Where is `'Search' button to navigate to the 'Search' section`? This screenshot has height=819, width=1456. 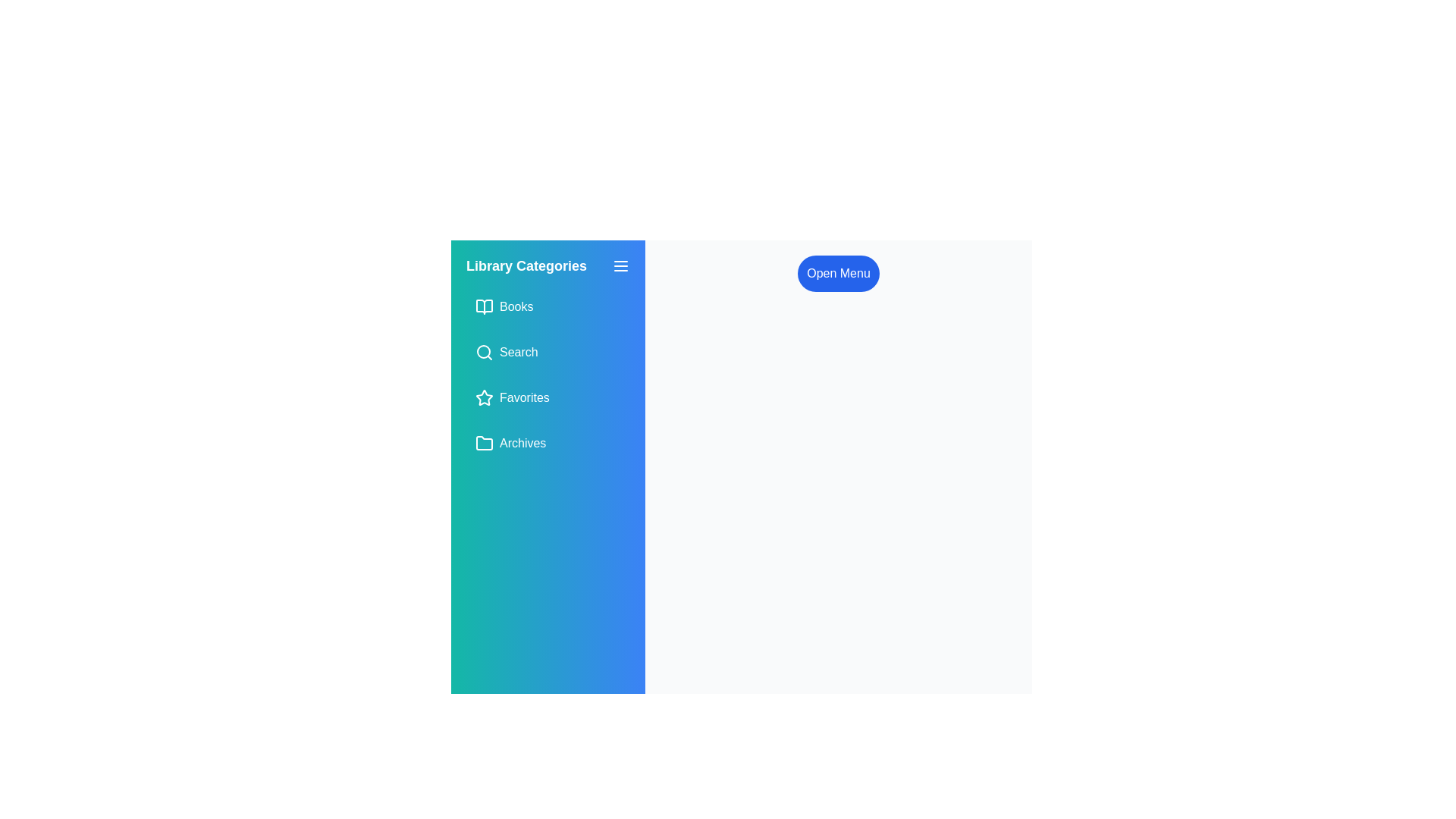
'Search' button to navigate to the 'Search' section is located at coordinates (548, 353).